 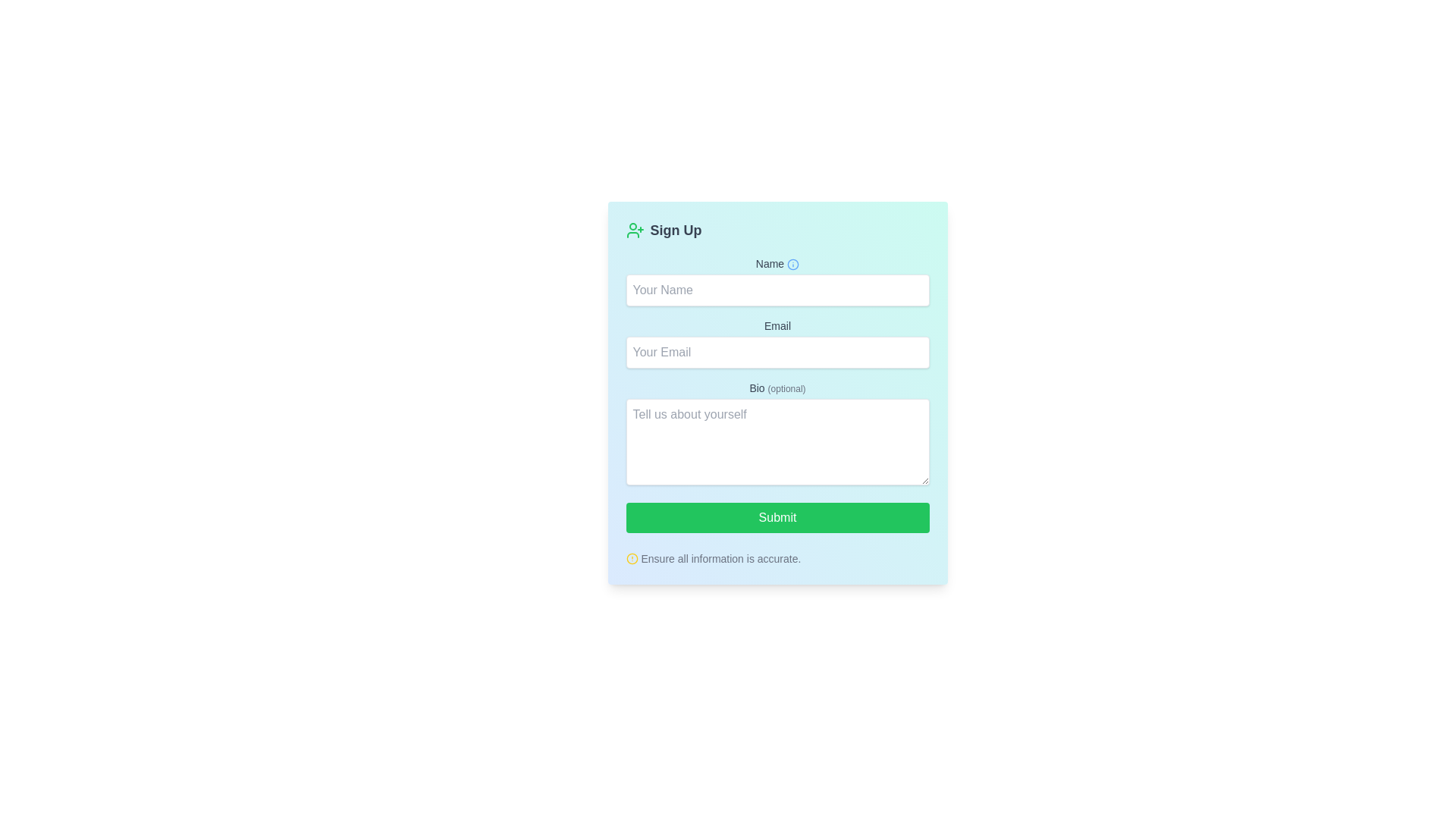 I want to click on the 'Name' label, which is displayed in a small, medium-weight gray font and is positioned above the 'Your Name' input field, so click(x=777, y=262).